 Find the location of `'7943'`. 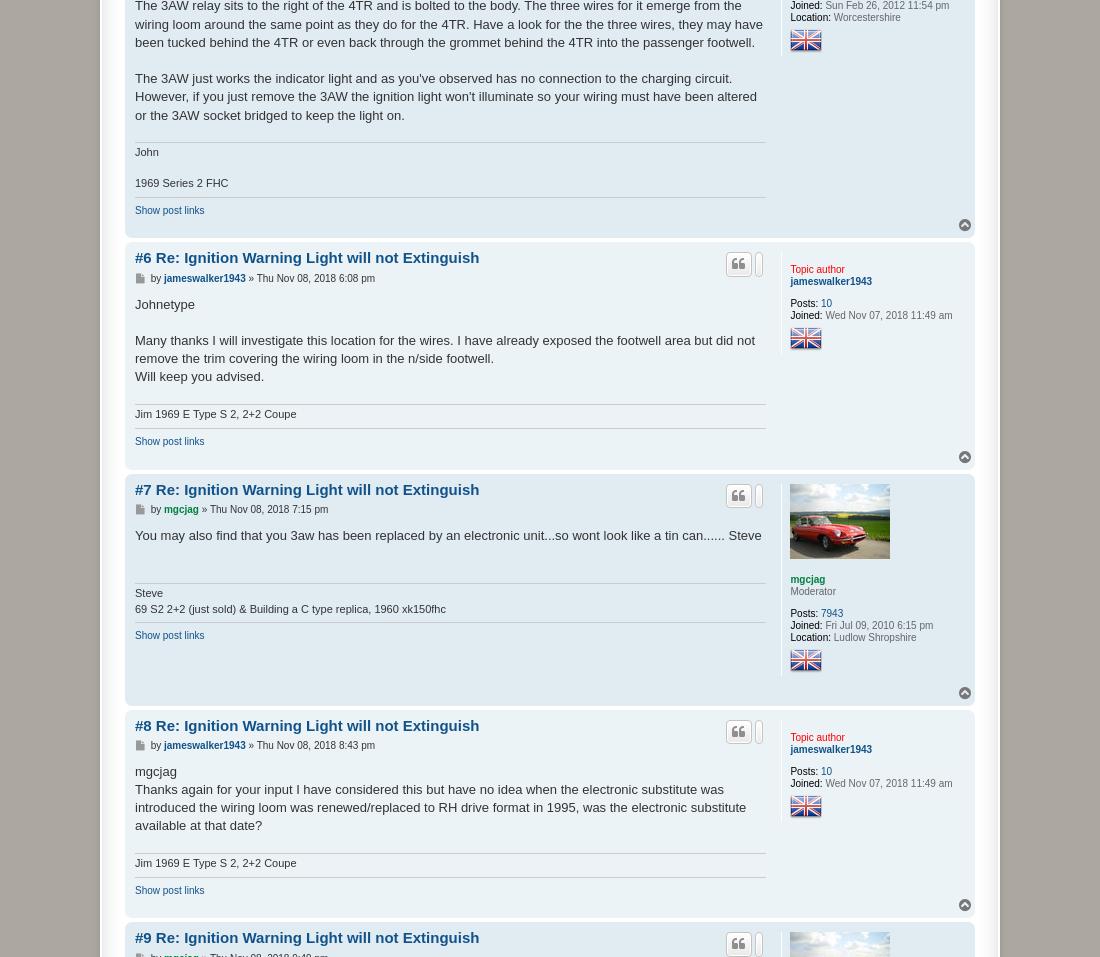

'7943' is located at coordinates (830, 611).